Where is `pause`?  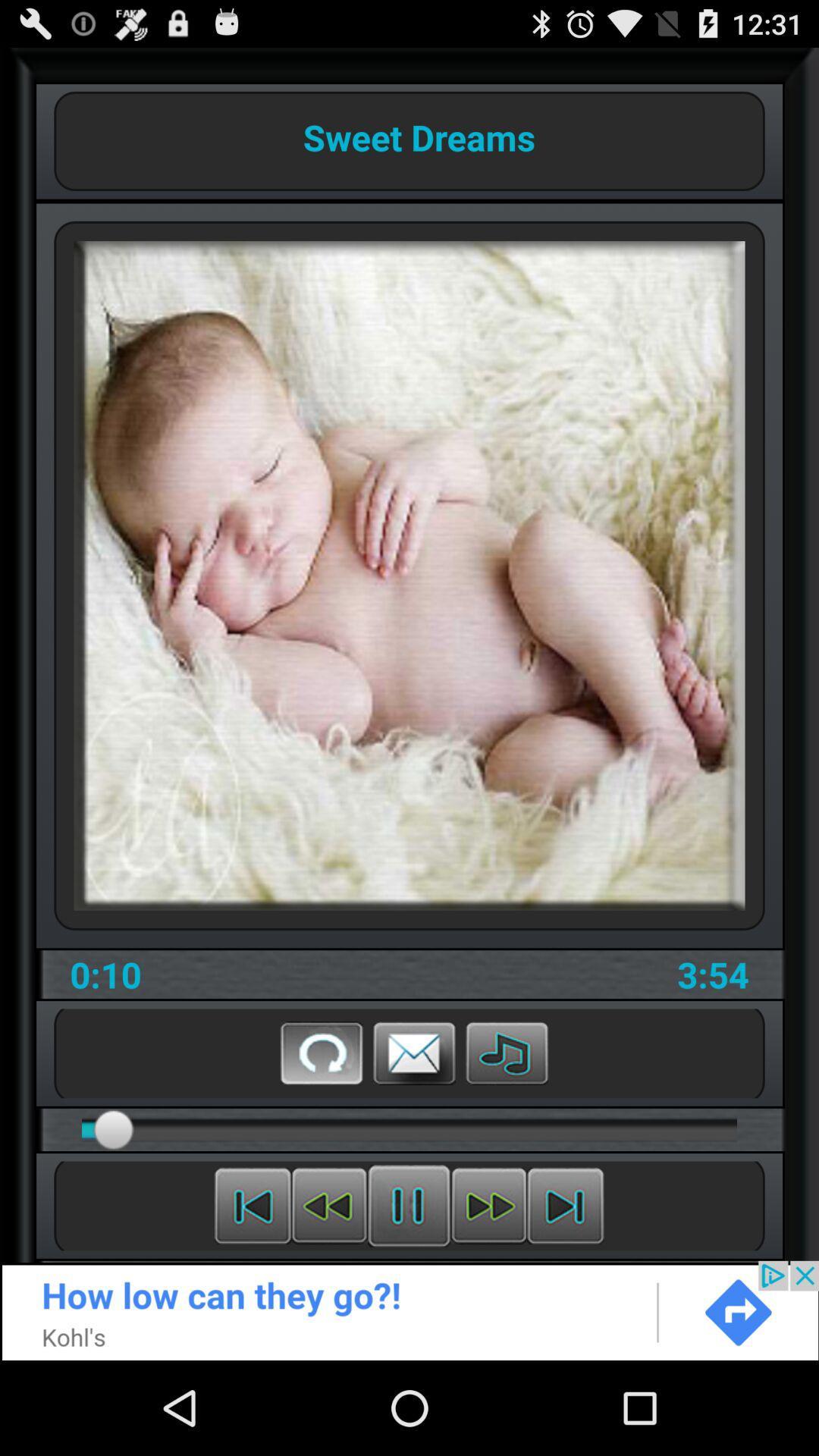
pause is located at coordinates (408, 1205).